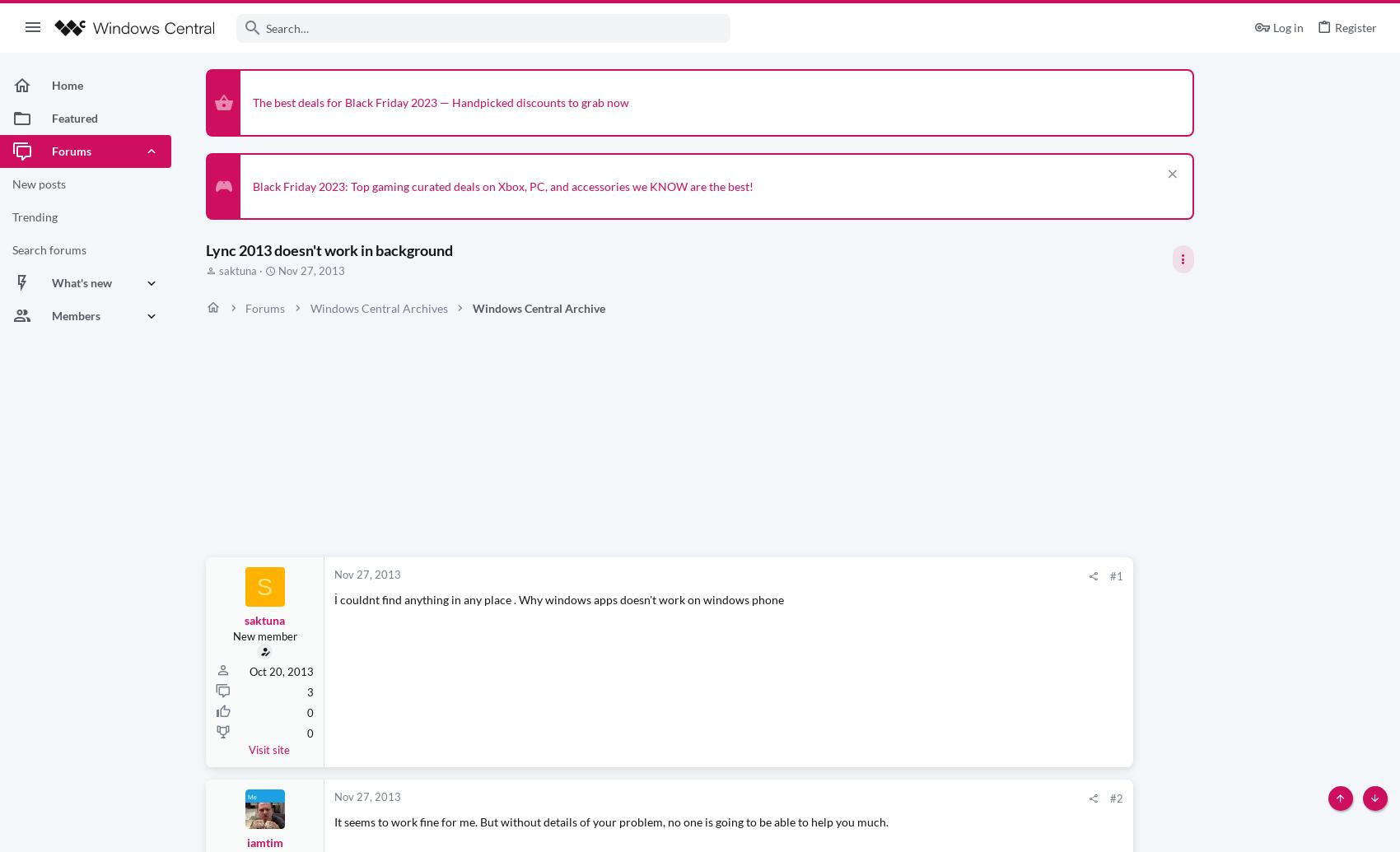 Image resolution: width=1400 pixels, height=852 pixels. What do you see at coordinates (378, 307) in the screenshot?
I see `'Windows Central Archives'` at bounding box center [378, 307].